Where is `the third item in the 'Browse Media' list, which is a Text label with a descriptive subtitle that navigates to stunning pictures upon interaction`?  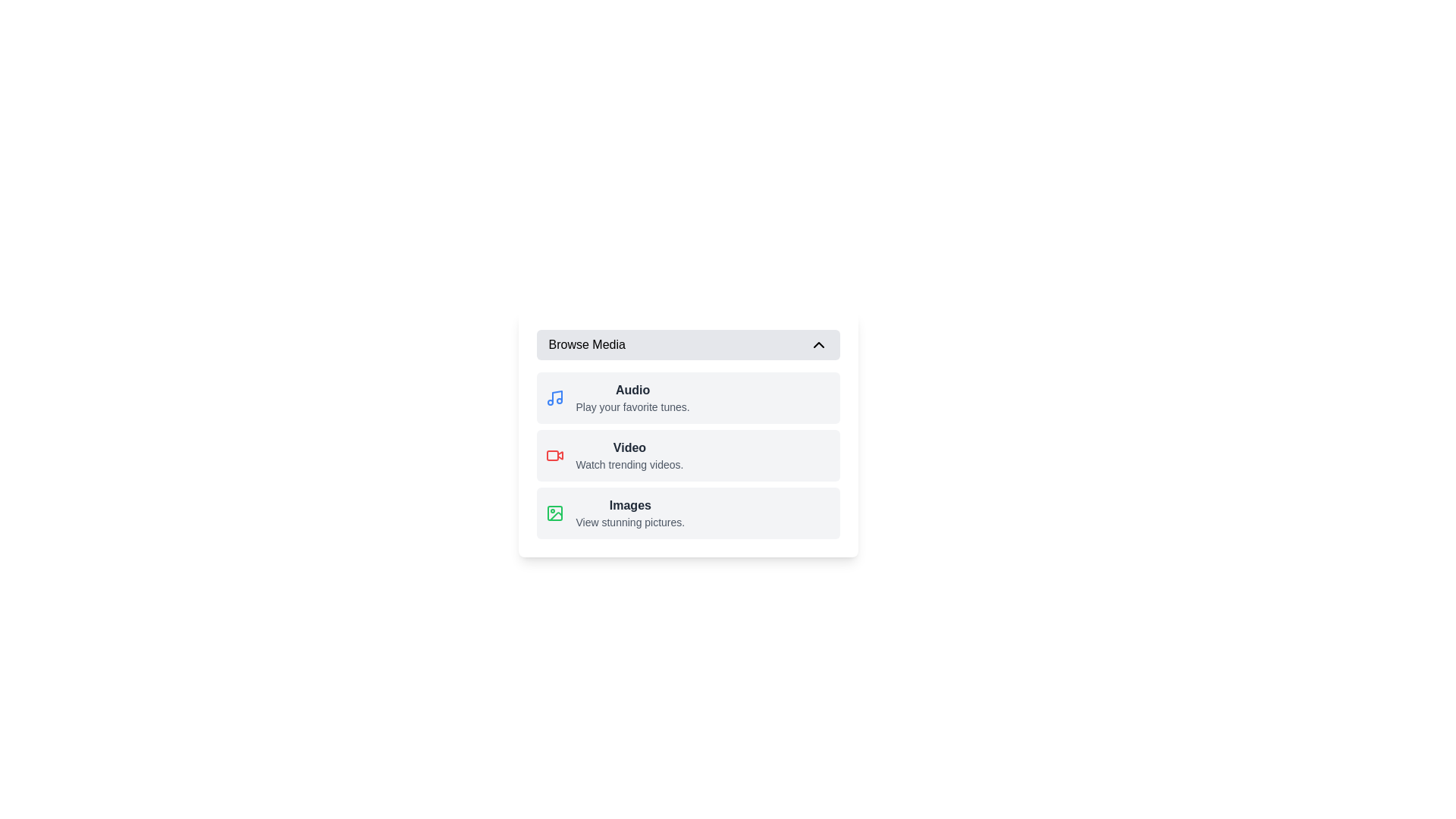 the third item in the 'Browse Media' list, which is a Text label with a descriptive subtitle that navigates to stunning pictures upon interaction is located at coordinates (630, 513).